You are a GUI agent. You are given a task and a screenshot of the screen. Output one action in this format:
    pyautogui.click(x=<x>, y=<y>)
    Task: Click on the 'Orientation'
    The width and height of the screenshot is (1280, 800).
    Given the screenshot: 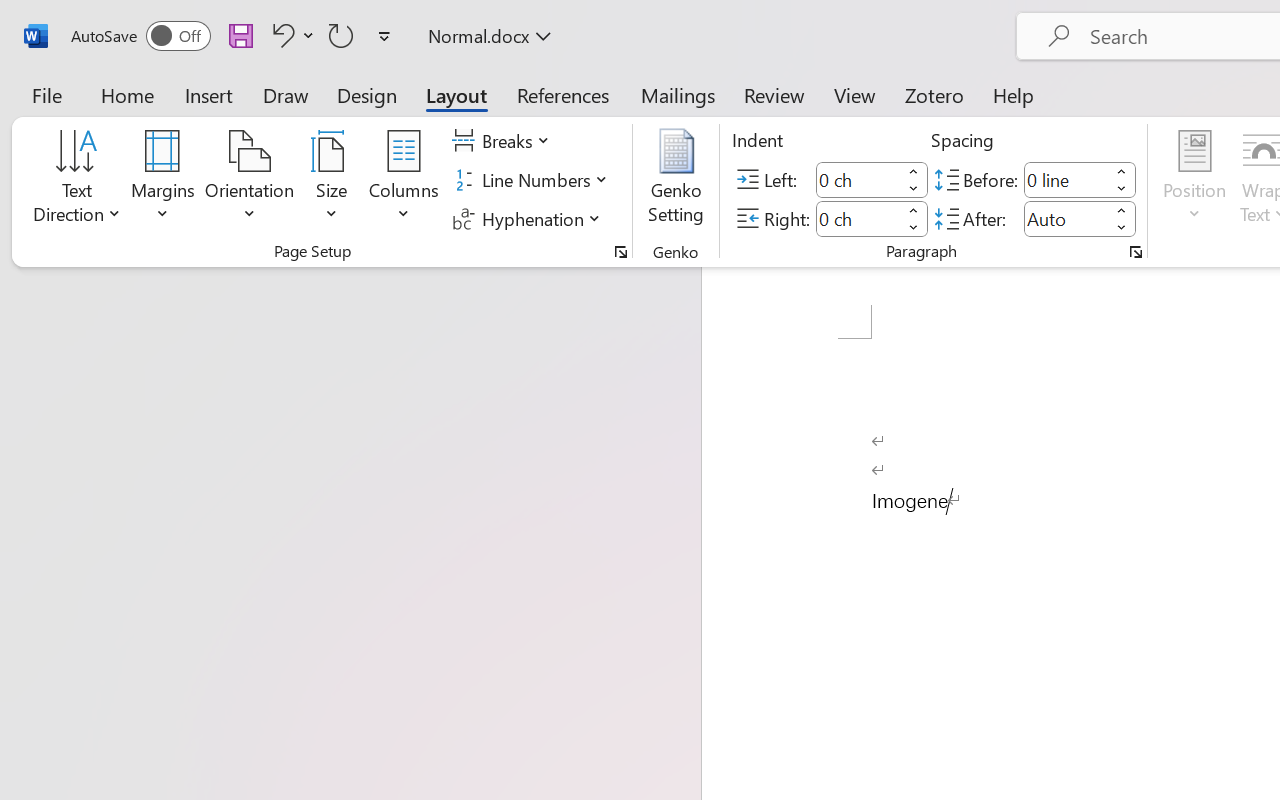 What is the action you would take?
    pyautogui.click(x=249, y=179)
    